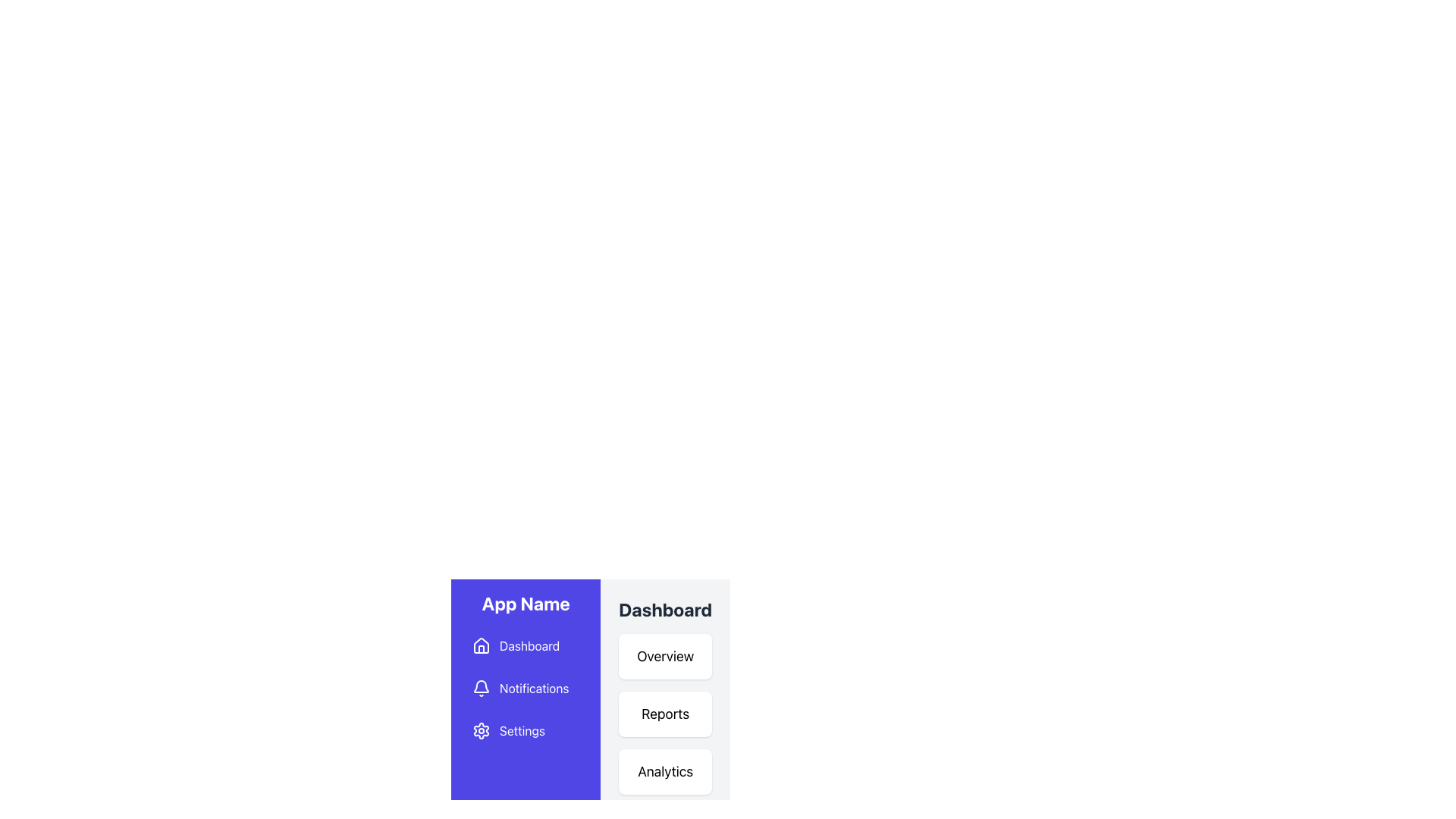 Image resolution: width=1456 pixels, height=819 pixels. Describe the element at coordinates (480, 646) in the screenshot. I see `the house icon located in the left-side navigation section, at the top of the vertical list of options, next to the 'Dashboard' menu item` at that location.